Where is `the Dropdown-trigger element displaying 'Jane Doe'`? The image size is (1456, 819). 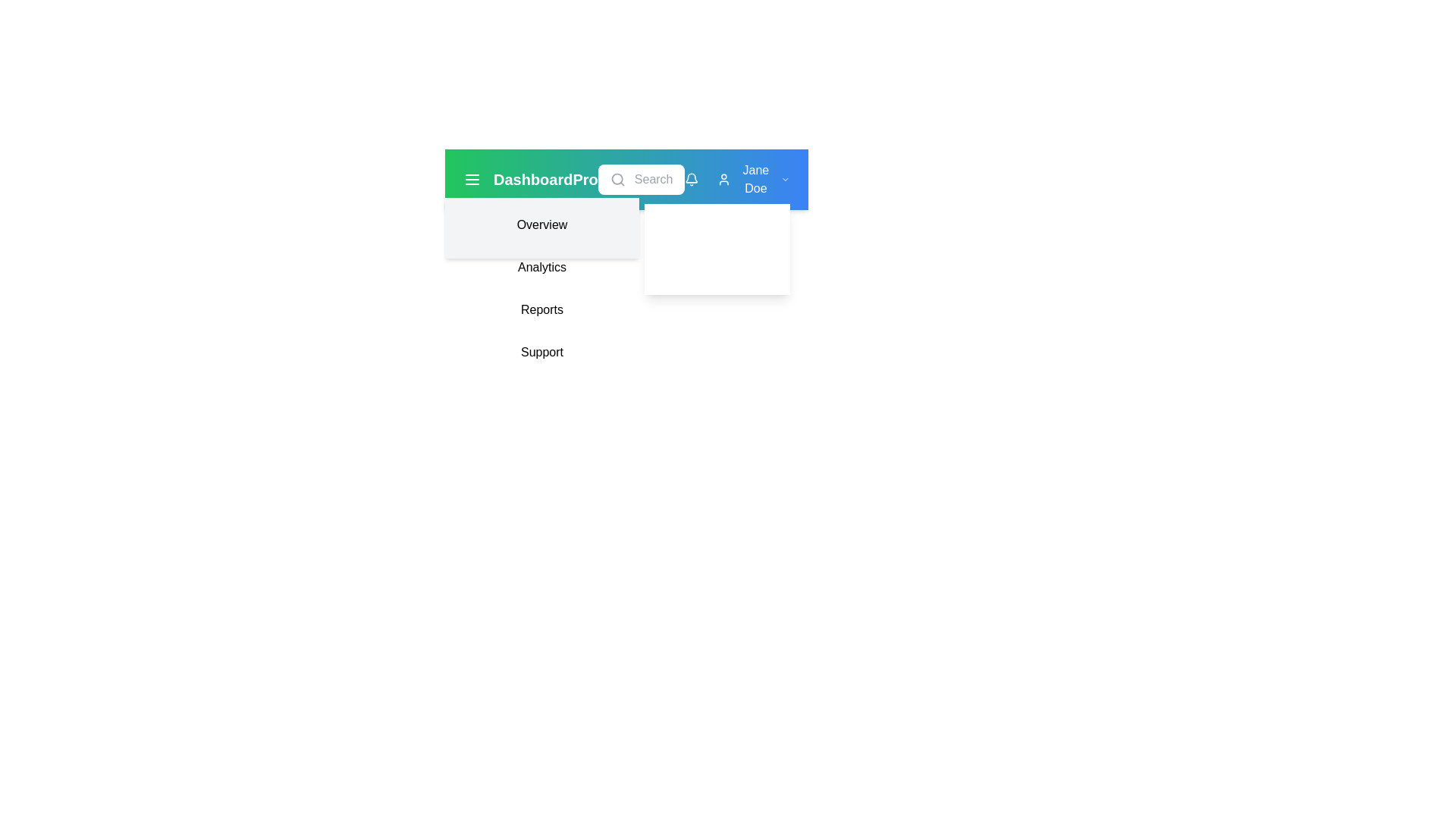
the Dropdown-trigger element displaying 'Jane Doe' is located at coordinates (753, 178).